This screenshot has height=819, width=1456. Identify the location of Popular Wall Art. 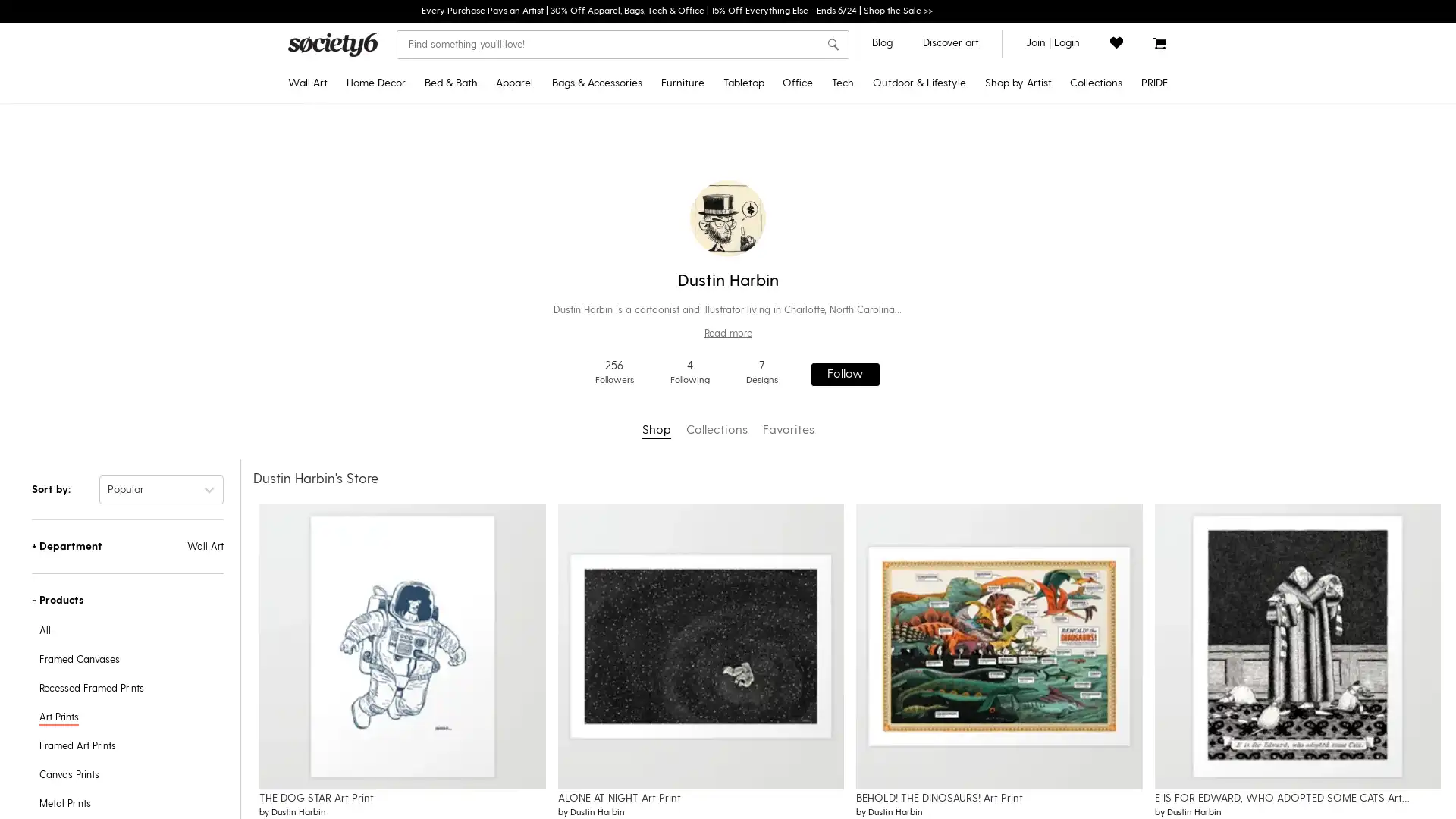
(1040, 219).